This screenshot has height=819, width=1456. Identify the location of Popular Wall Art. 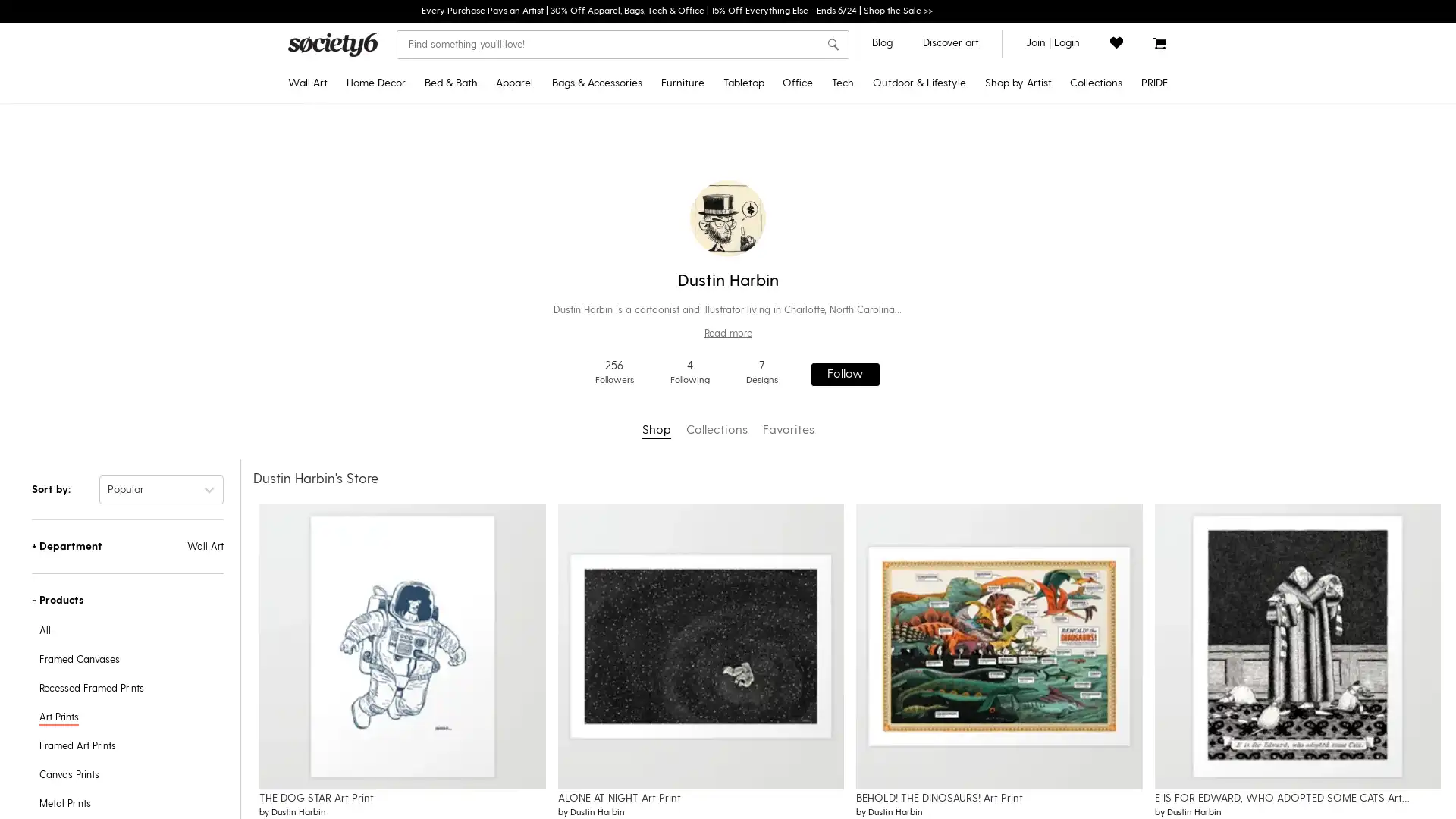
(1040, 219).